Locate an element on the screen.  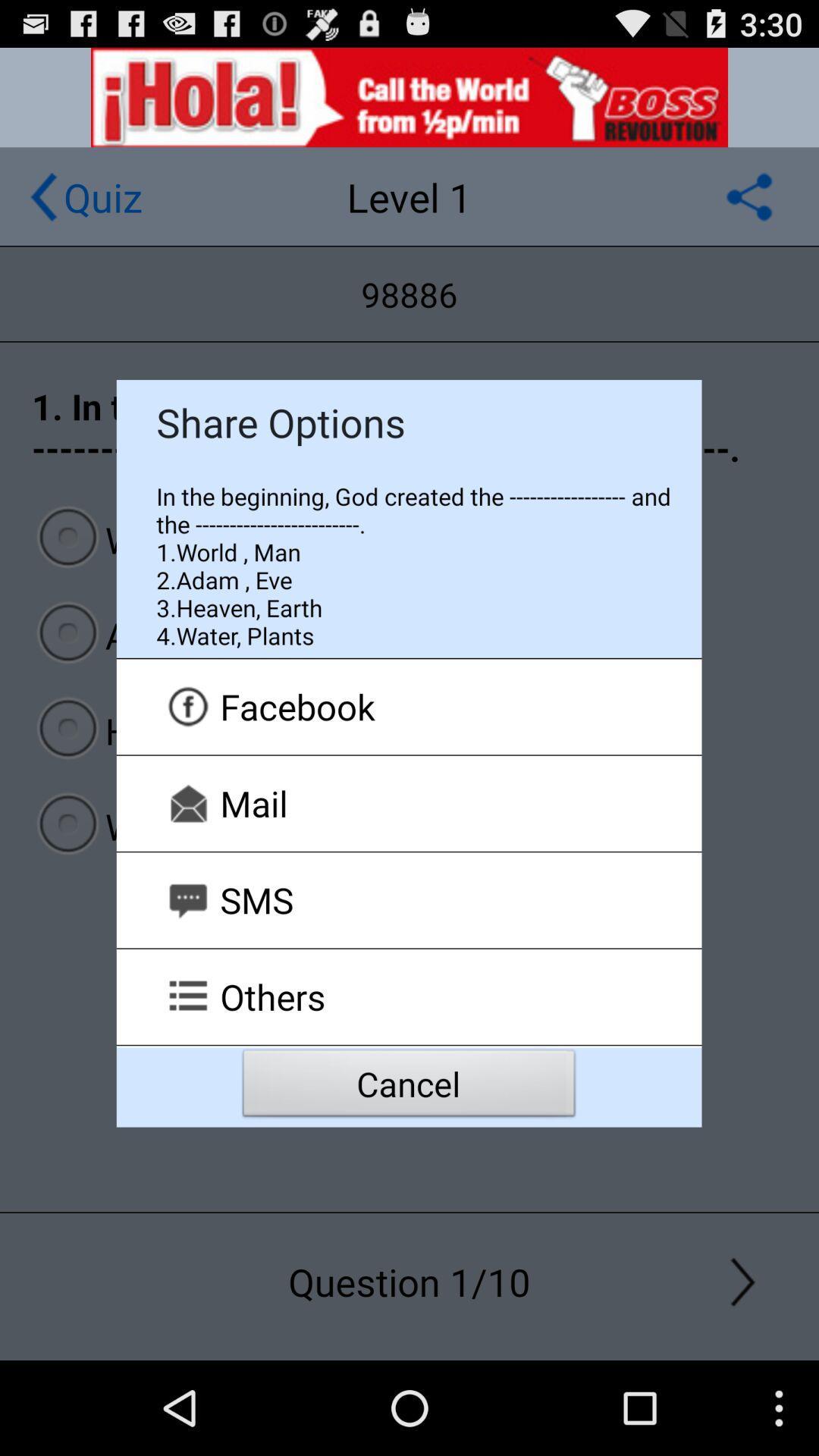
previous is located at coordinates (42, 196).